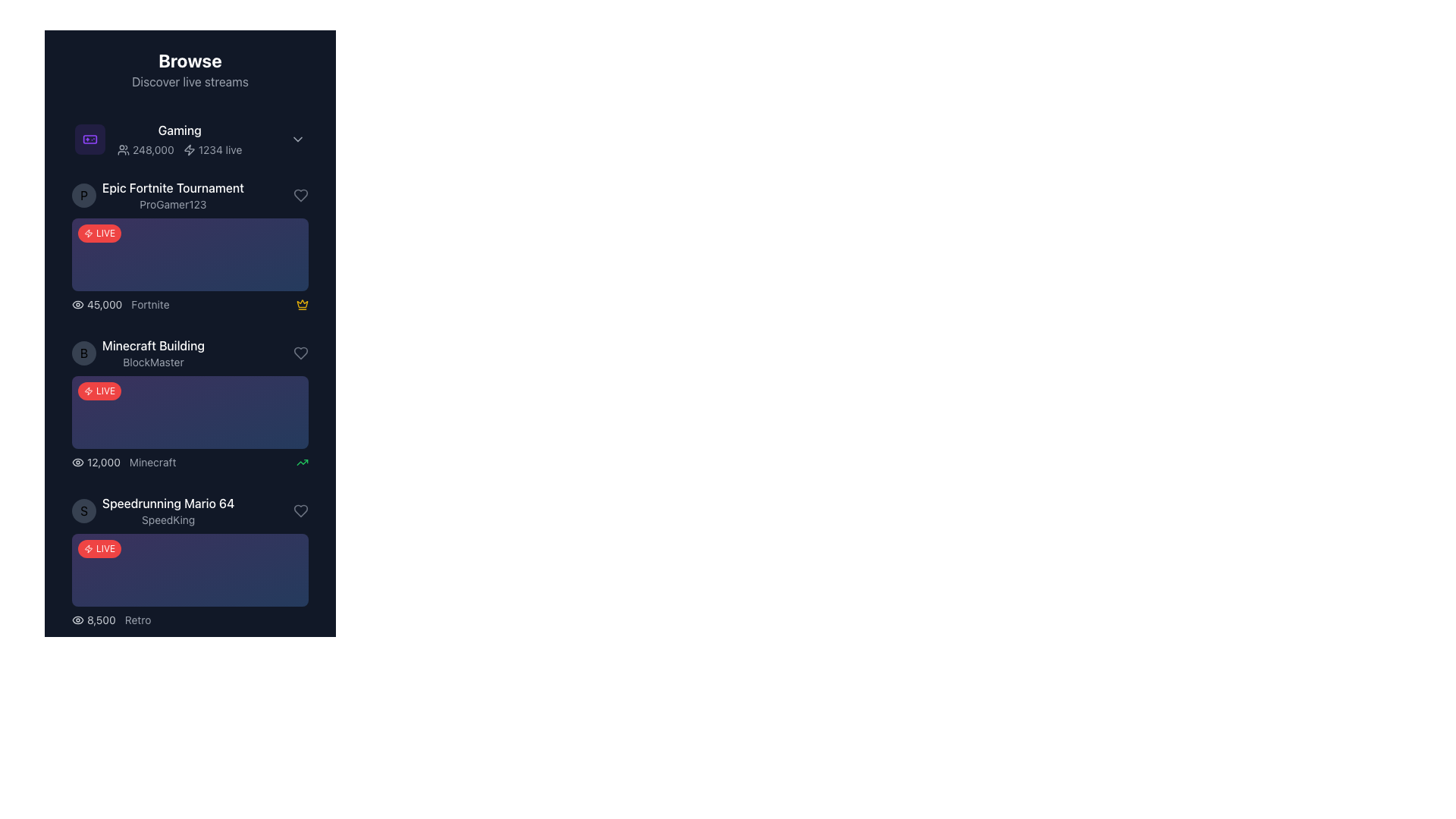 The width and height of the screenshot is (1456, 819). Describe the element at coordinates (180, 130) in the screenshot. I see `the 'Gaming' label which is styled with white text on a dark background, located under 'Browse' and 'Discover live streams', and is the first word in a group with '248,000' and an icon` at that location.